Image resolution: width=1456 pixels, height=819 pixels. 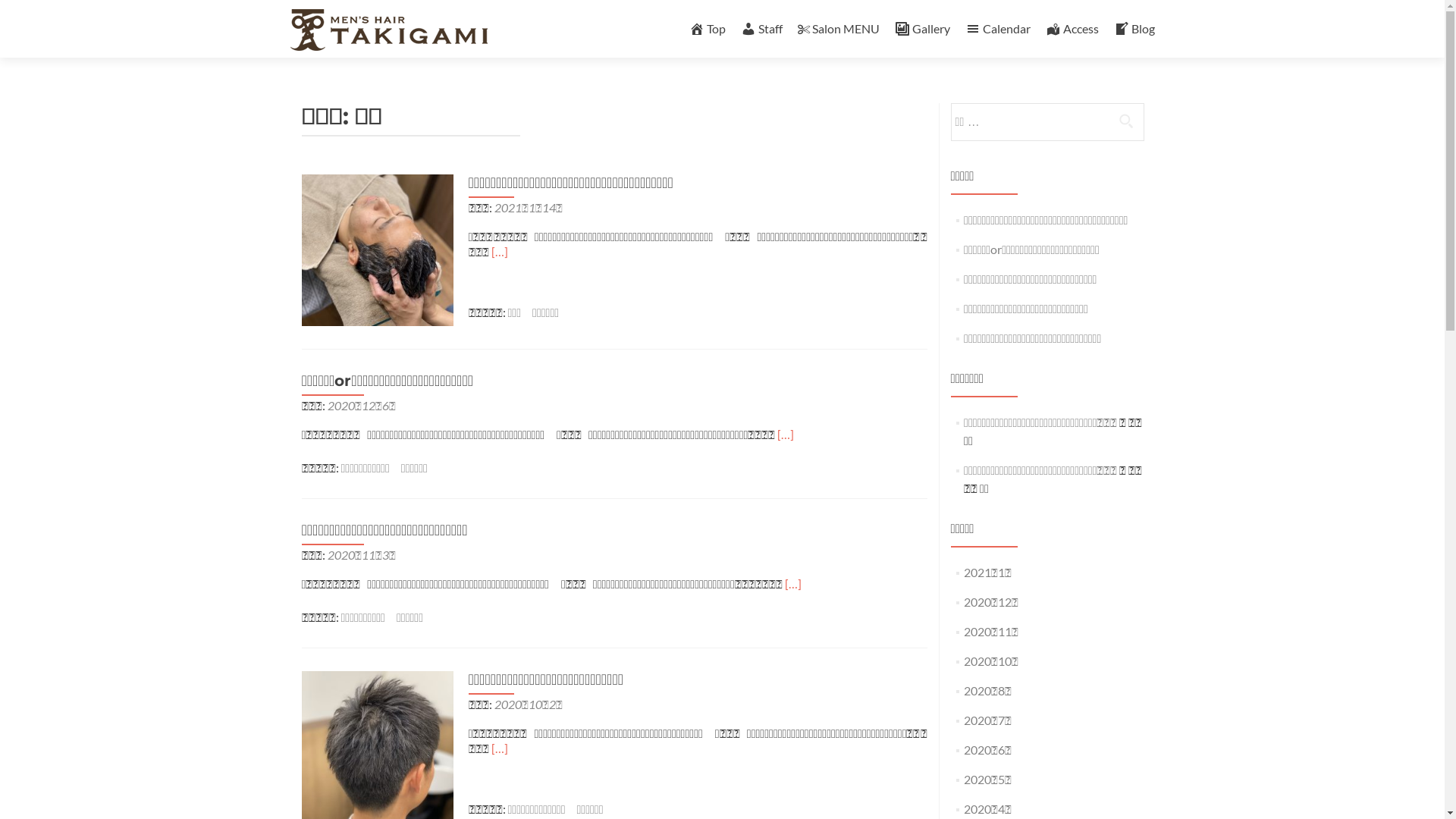 I want to click on 'Calendar', so click(x=964, y=28).